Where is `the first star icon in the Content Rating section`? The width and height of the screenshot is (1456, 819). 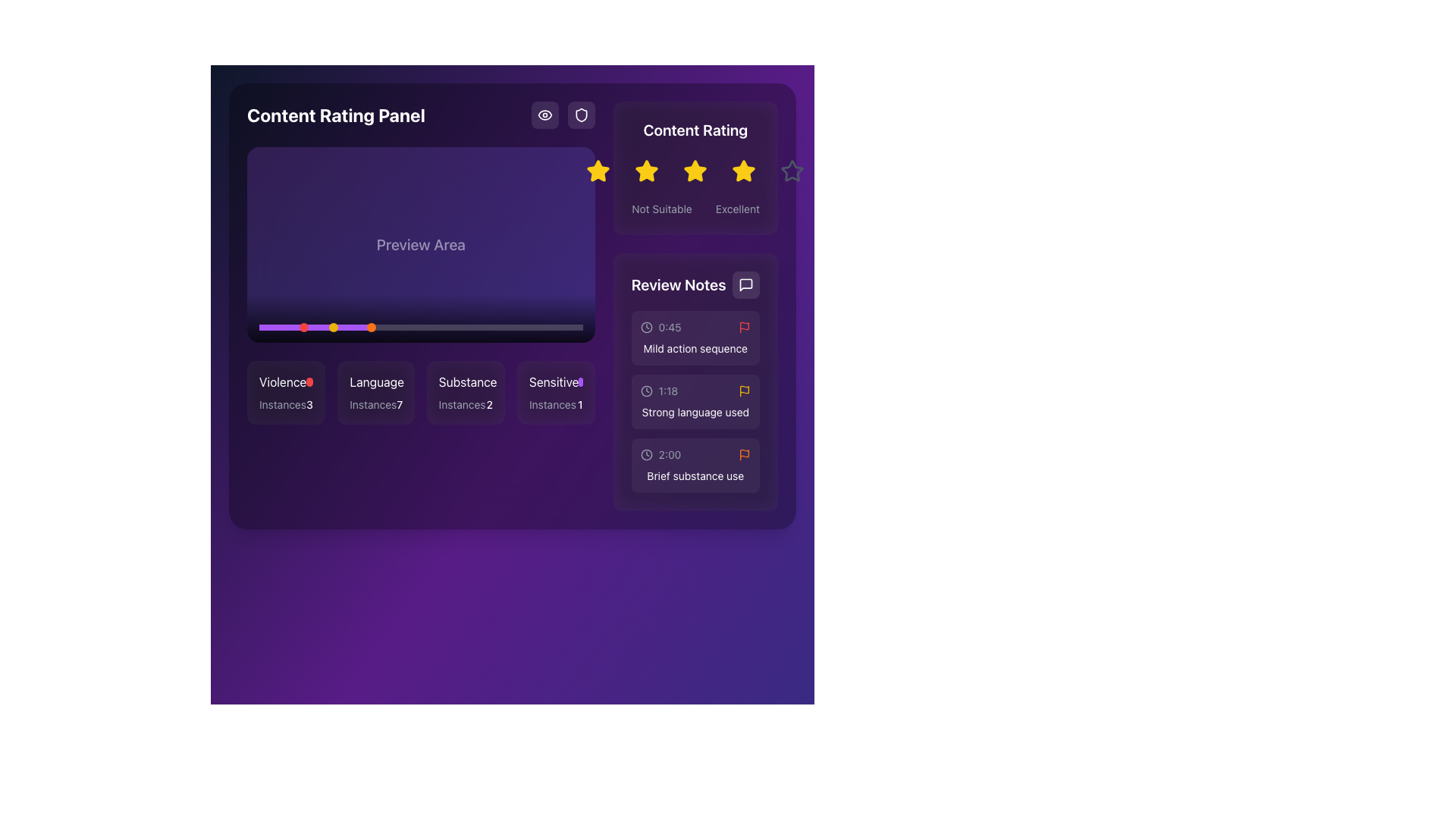
the first star icon in the Content Rating section is located at coordinates (598, 171).